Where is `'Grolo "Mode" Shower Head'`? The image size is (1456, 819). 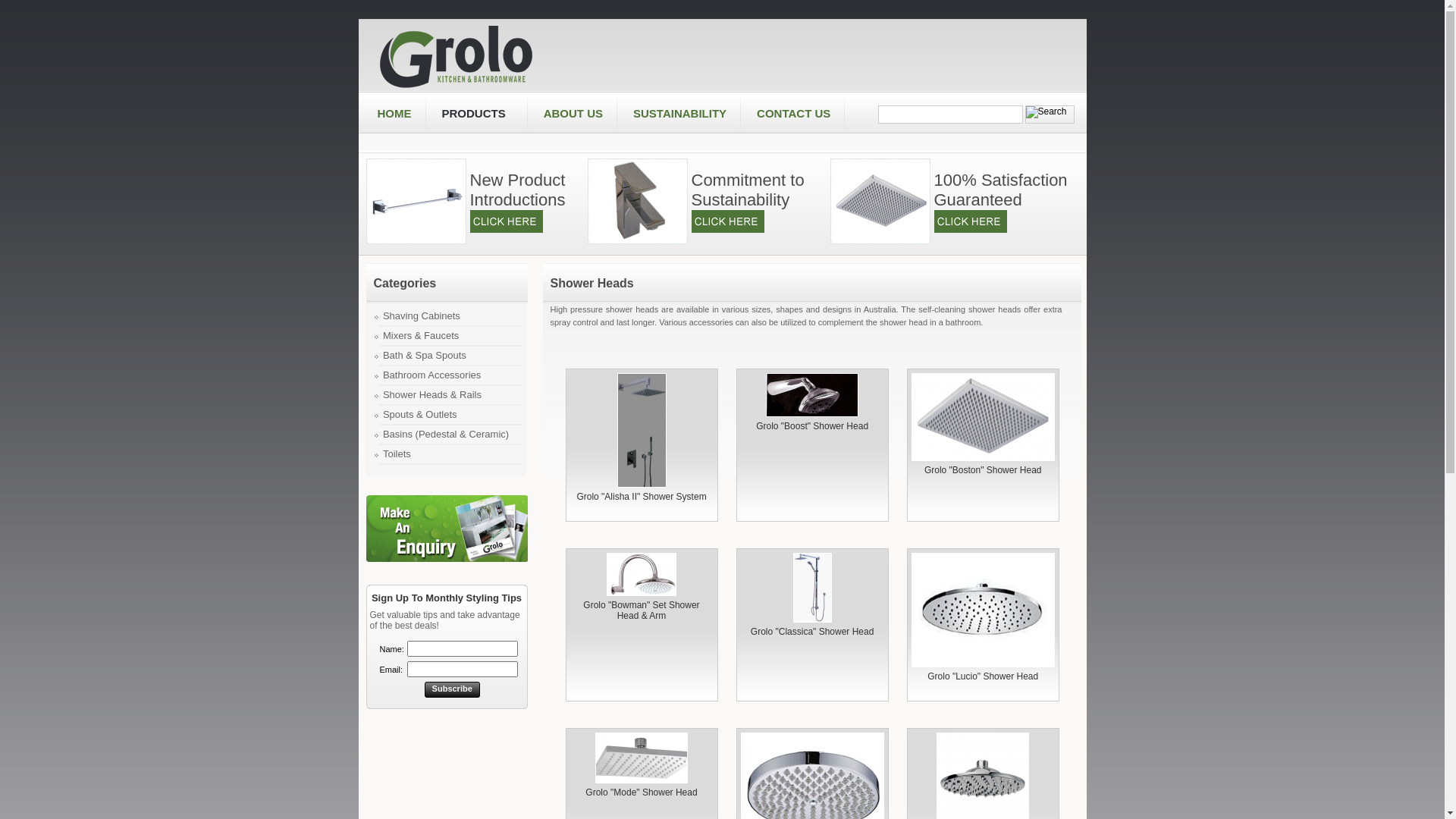
'Grolo "Mode" Shower Head' is located at coordinates (641, 792).